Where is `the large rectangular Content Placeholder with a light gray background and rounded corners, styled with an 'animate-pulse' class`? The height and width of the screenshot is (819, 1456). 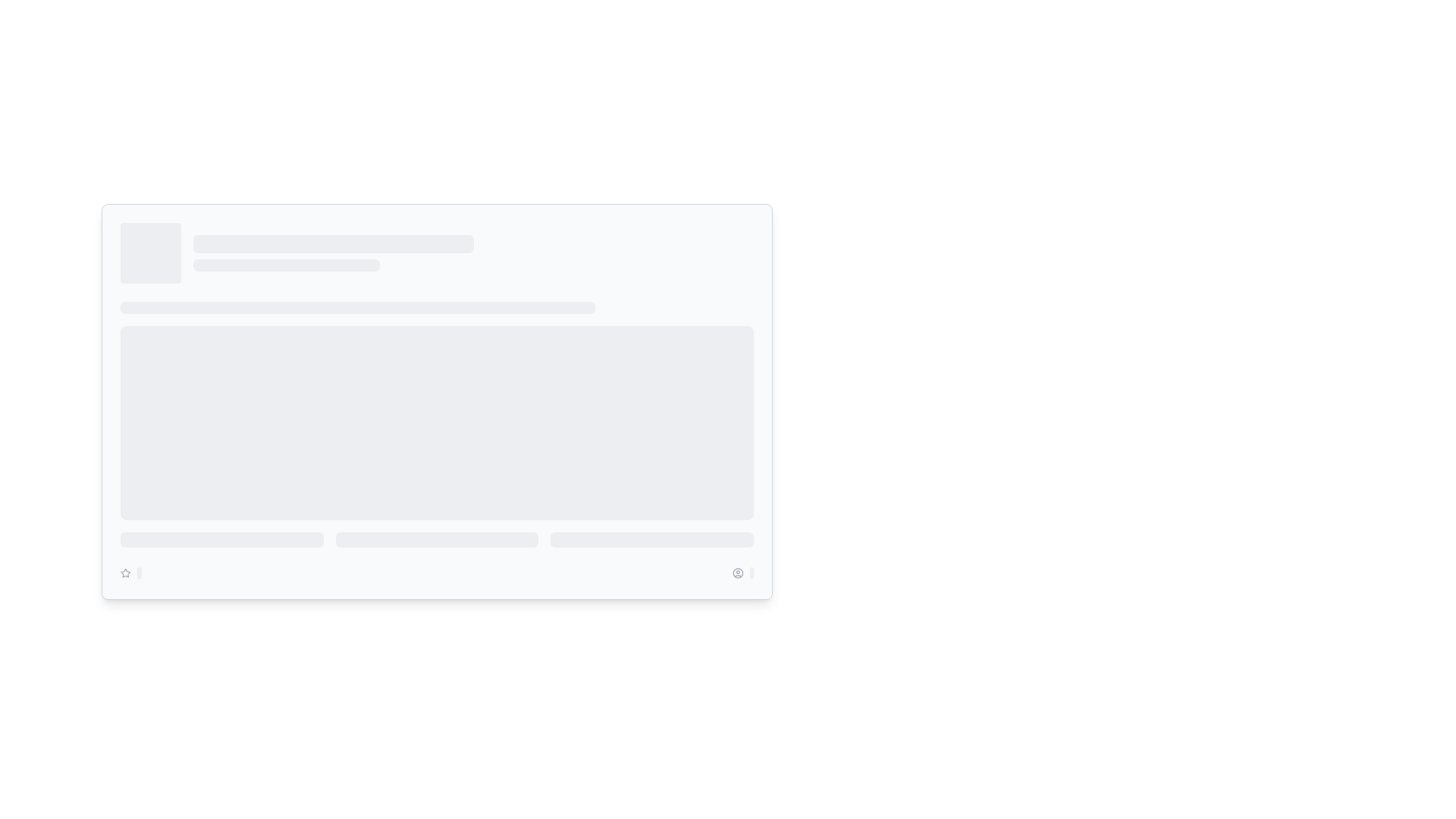 the large rectangular Content Placeholder with a light gray background and rounded corners, styled with an 'animate-pulse' class is located at coordinates (436, 411).